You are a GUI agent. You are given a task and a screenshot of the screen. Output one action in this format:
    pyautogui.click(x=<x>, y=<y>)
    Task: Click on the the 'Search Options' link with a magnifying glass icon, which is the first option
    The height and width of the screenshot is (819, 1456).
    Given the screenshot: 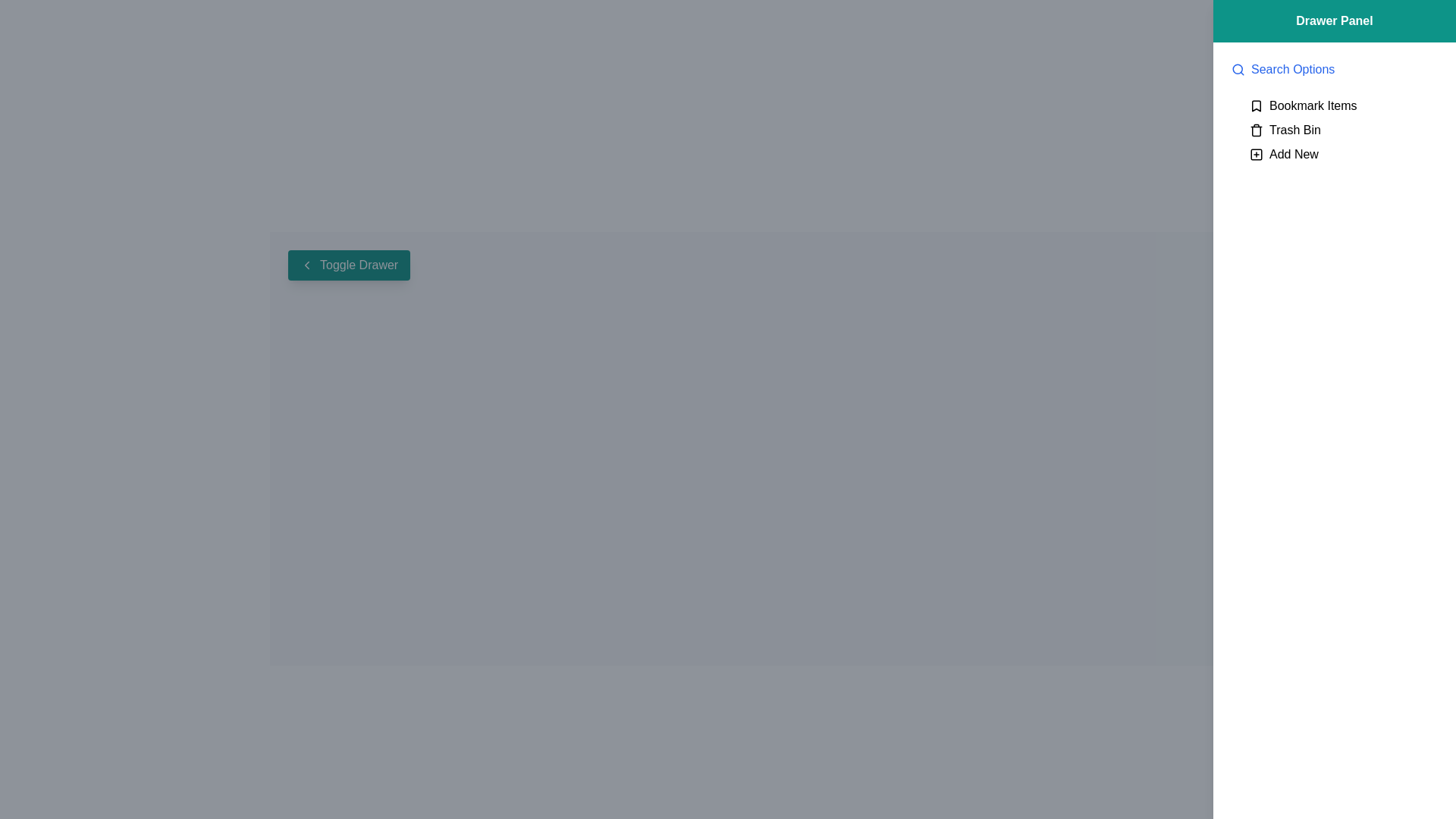 What is the action you would take?
    pyautogui.click(x=1282, y=70)
    